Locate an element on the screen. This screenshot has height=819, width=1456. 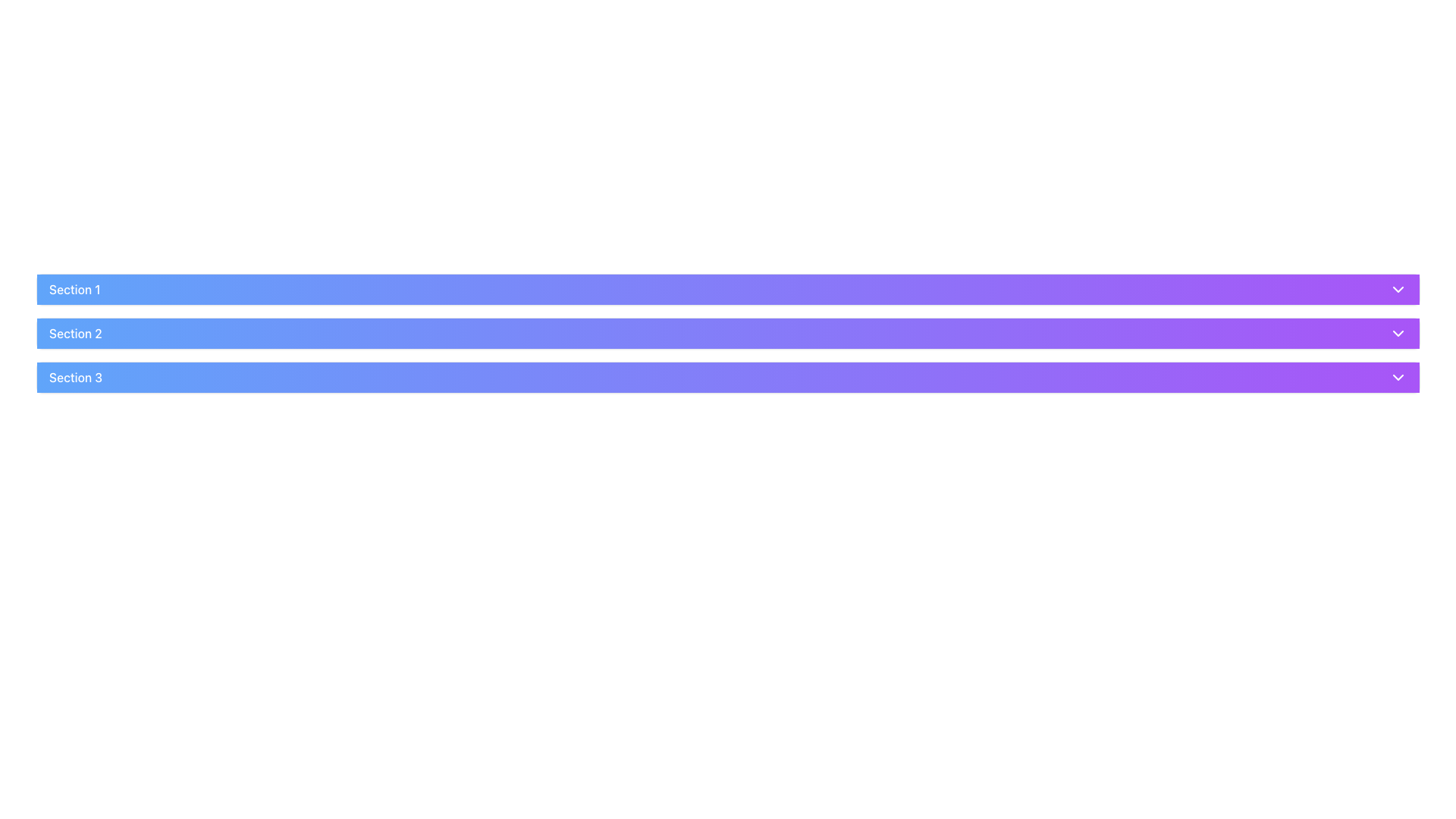
the 'Section 2' text label, which is a medium font weight label with white text on a gradient blue to purple background, located in the second section of a vertically stacked list is located at coordinates (74, 332).